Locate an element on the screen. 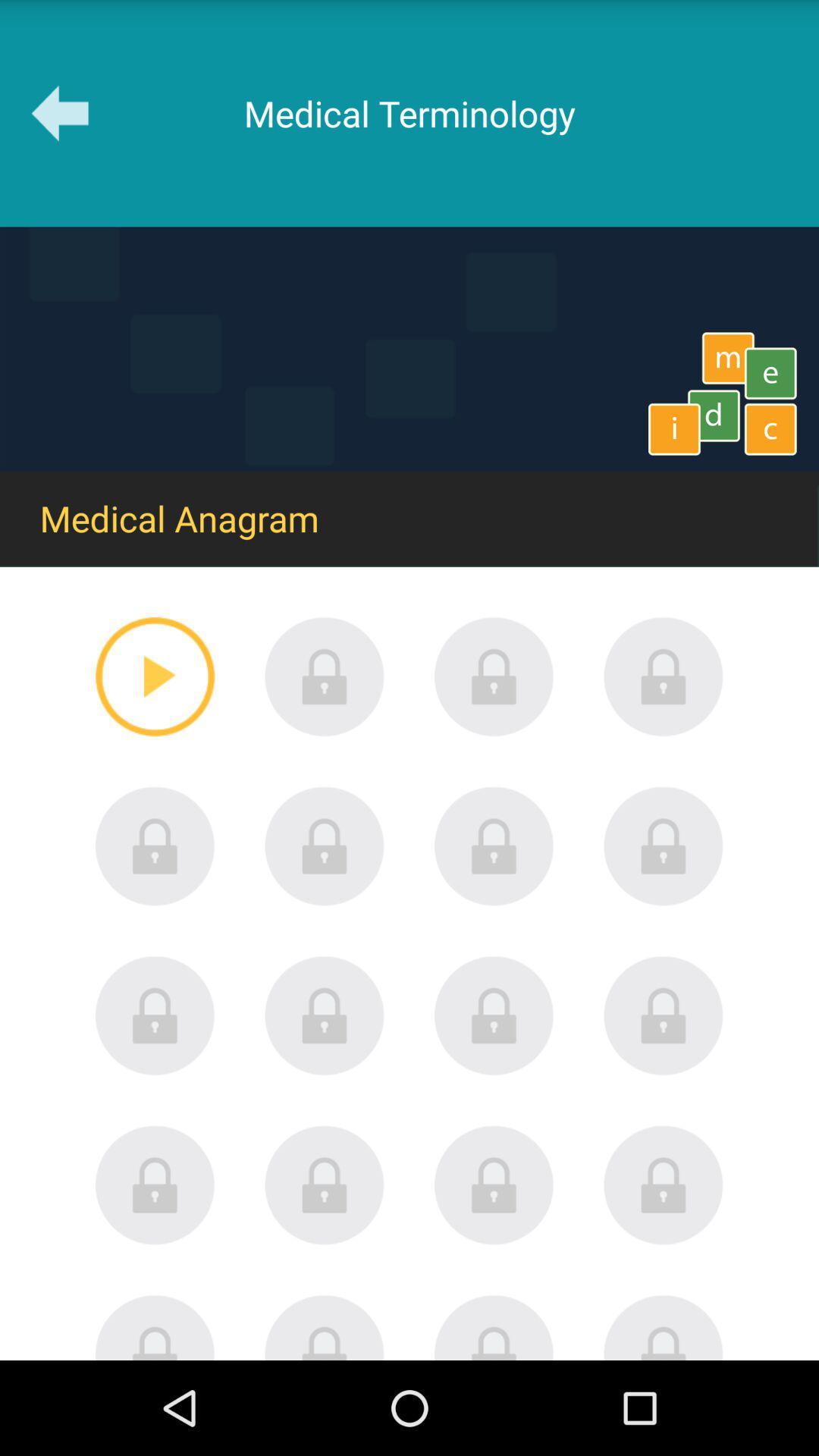 Image resolution: width=819 pixels, height=1456 pixels. lock is located at coordinates (663, 1015).